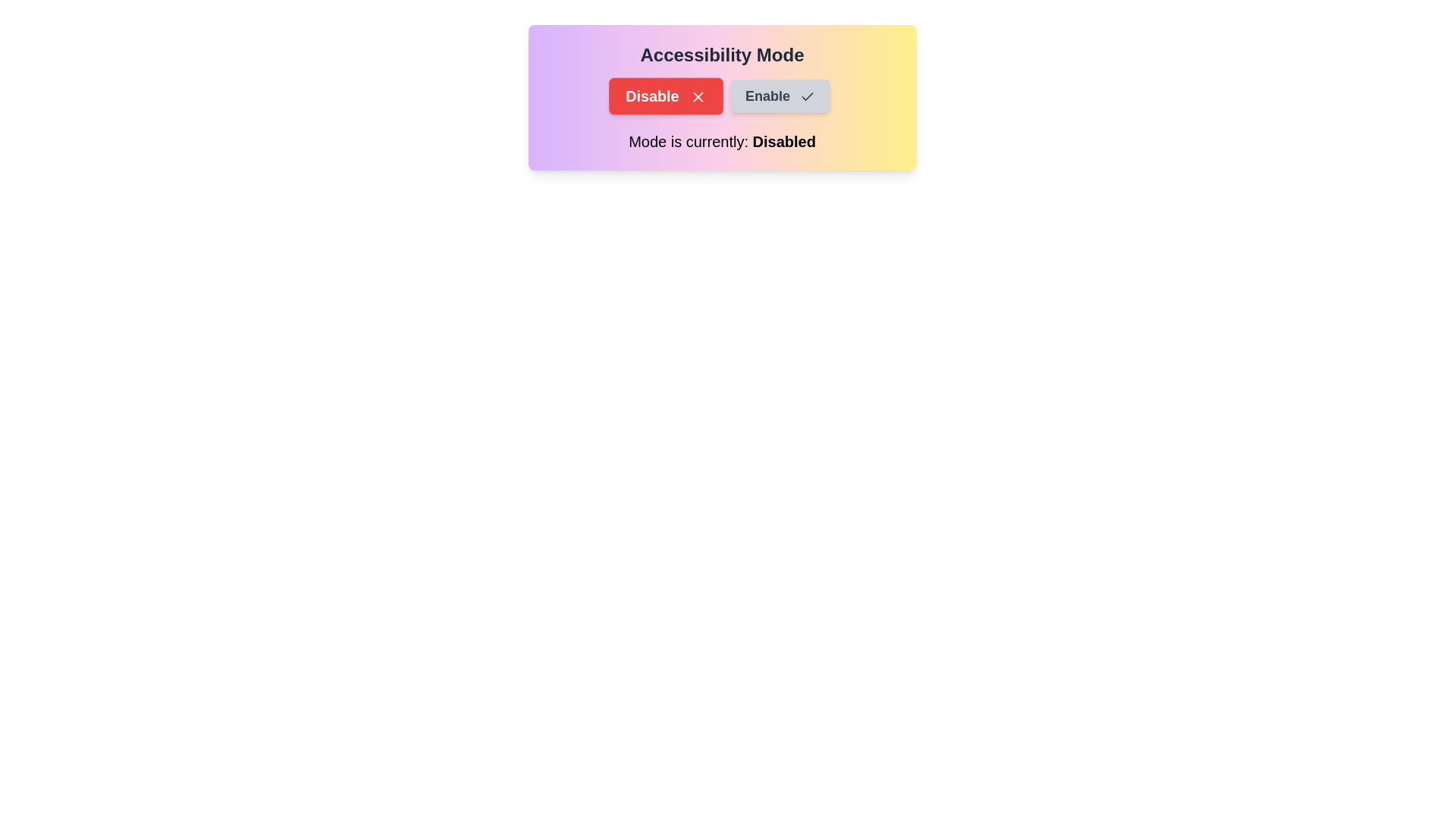  Describe the element at coordinates (780, 96) in the screenshot. I see `the Enable button to observe its hover effect` at that location.